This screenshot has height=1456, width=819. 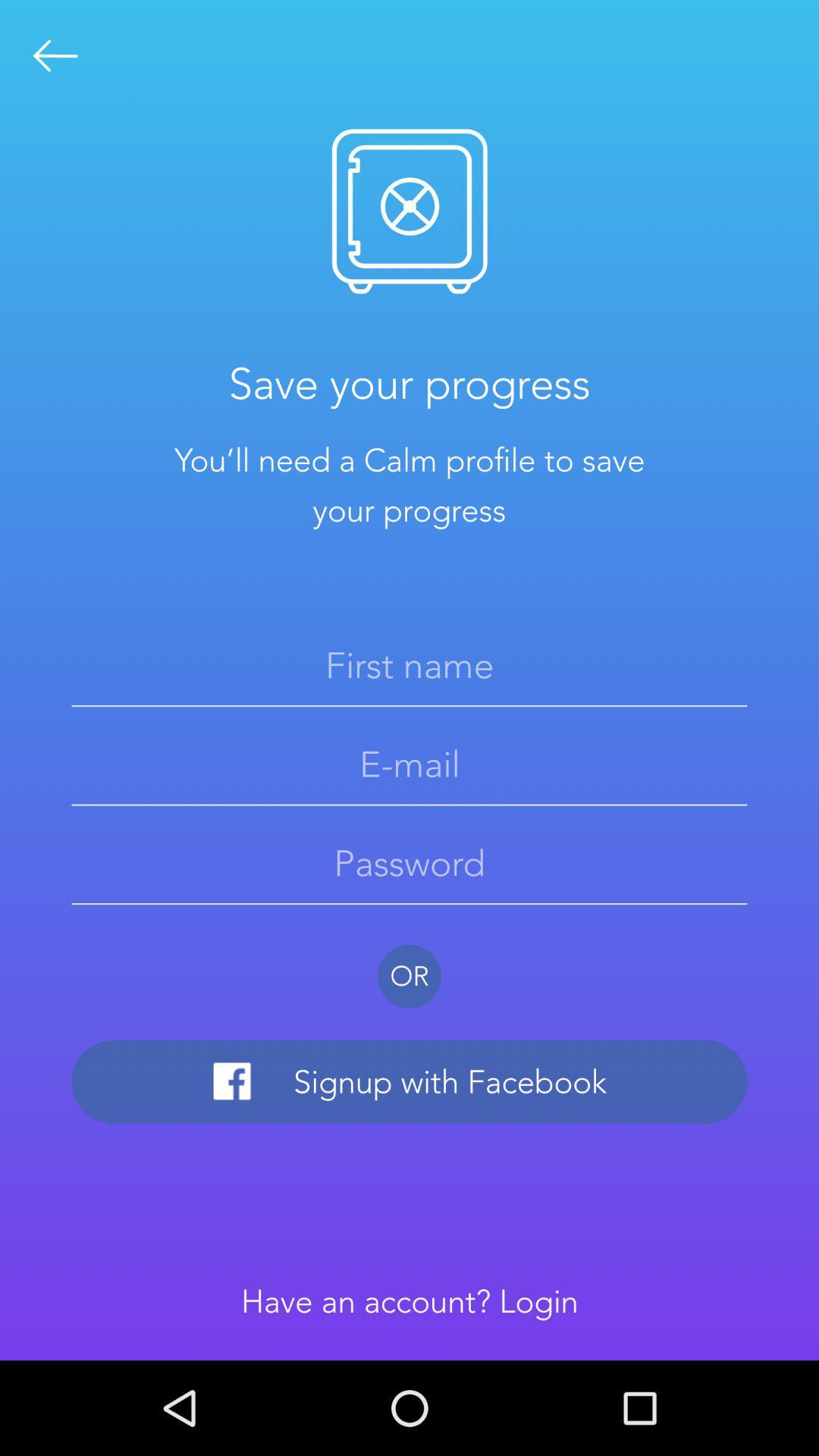 I want to click on name information, so click(x=409, y=665).